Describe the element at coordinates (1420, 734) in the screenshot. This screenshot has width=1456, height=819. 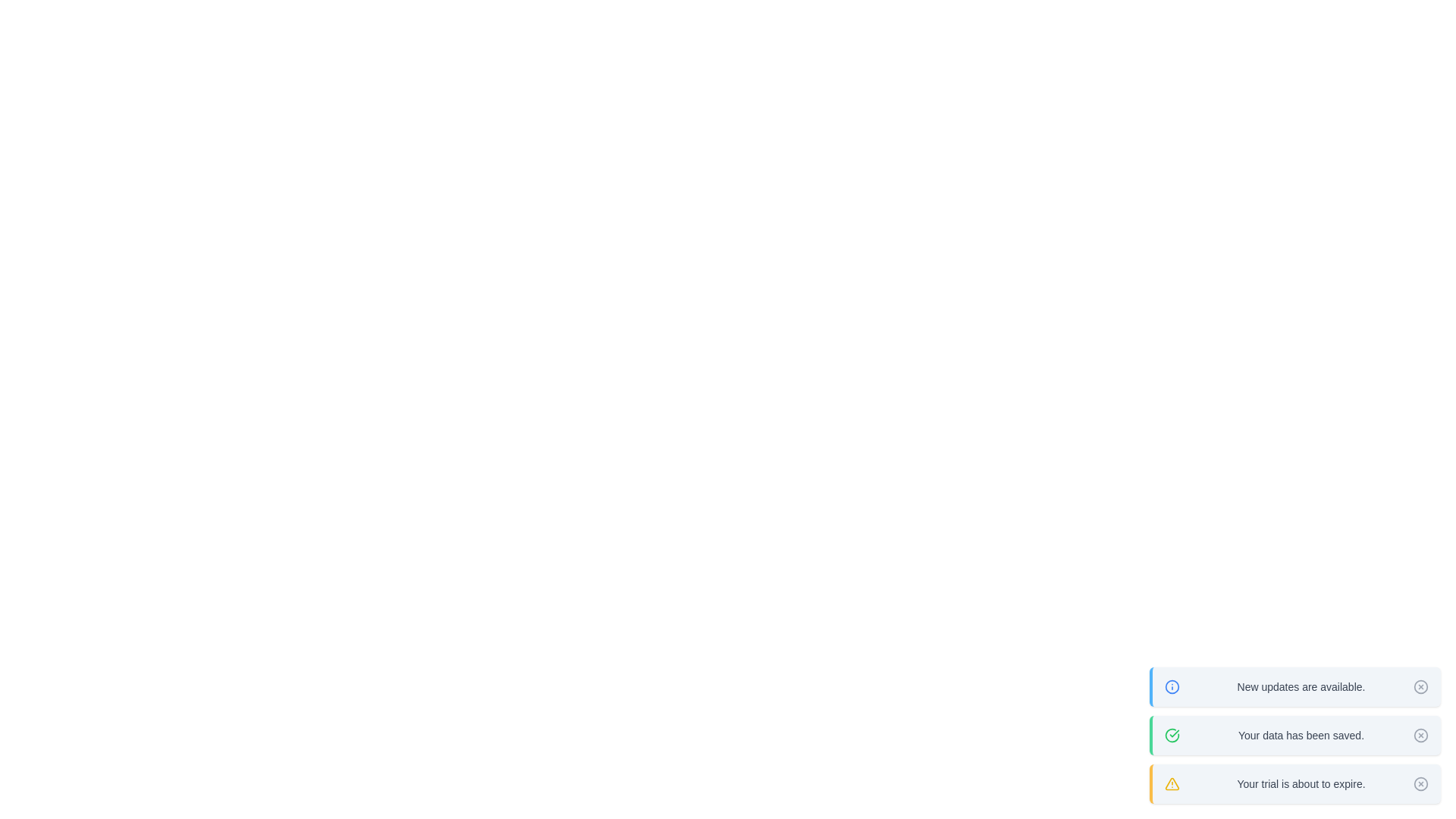
I see `the visual appearance of the circular close icon element, which is outlined with a thin solid border and has no fill color, located in the upper-right quadrant of the interface` at that location.